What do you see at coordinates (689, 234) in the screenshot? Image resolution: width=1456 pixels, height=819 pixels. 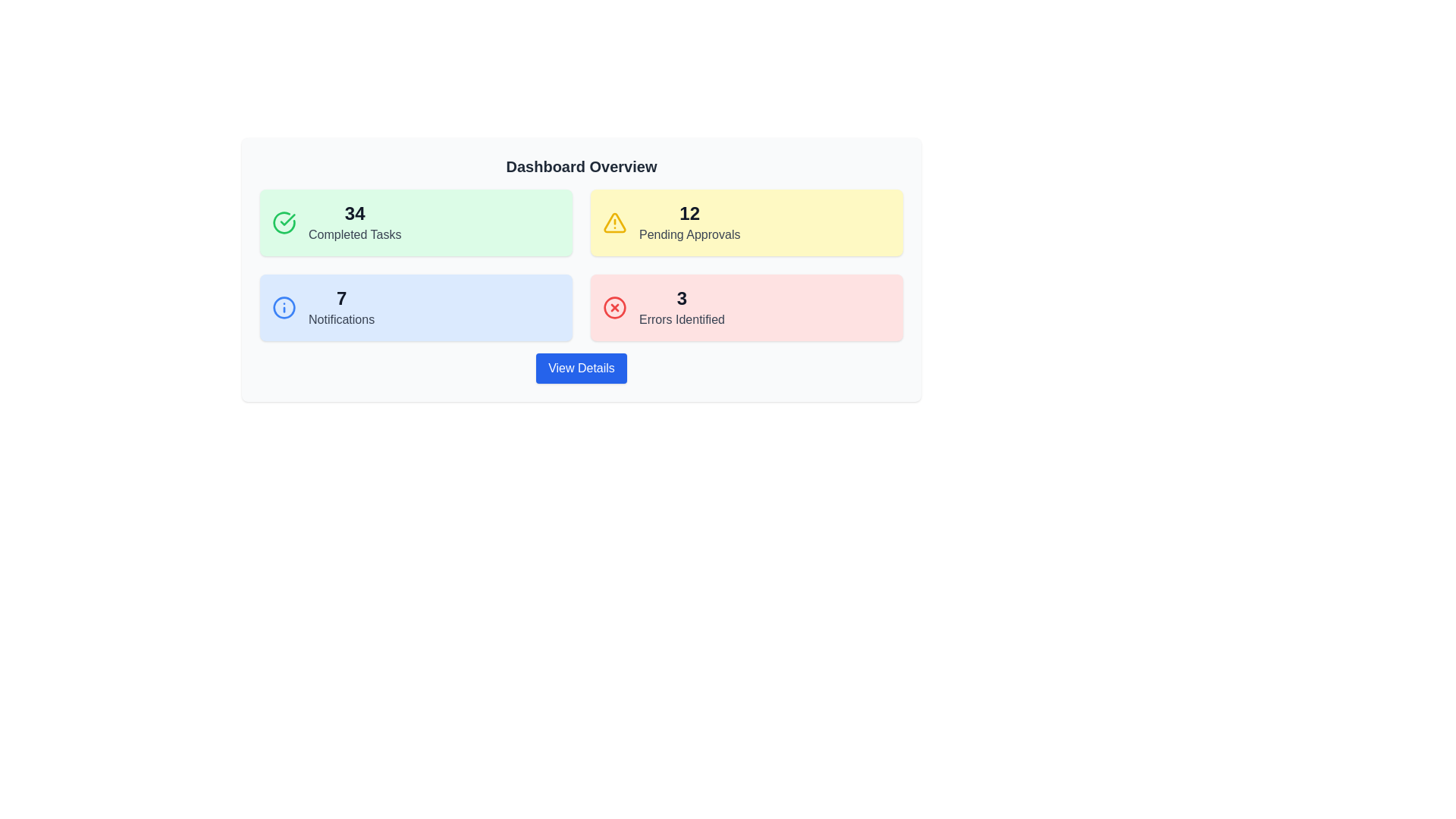 I see `the text label displaying 'Pending Approvals' located below the number '12' in the yellow rectangular card on the dashboard interface` at bounding box center [689, 234].